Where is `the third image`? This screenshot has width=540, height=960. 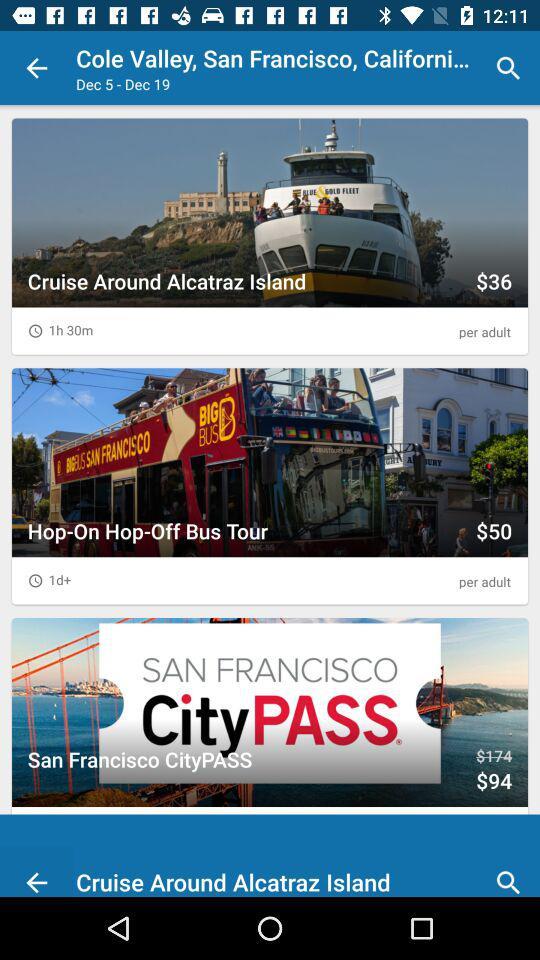 the third image is located at coordinates (270, 735).